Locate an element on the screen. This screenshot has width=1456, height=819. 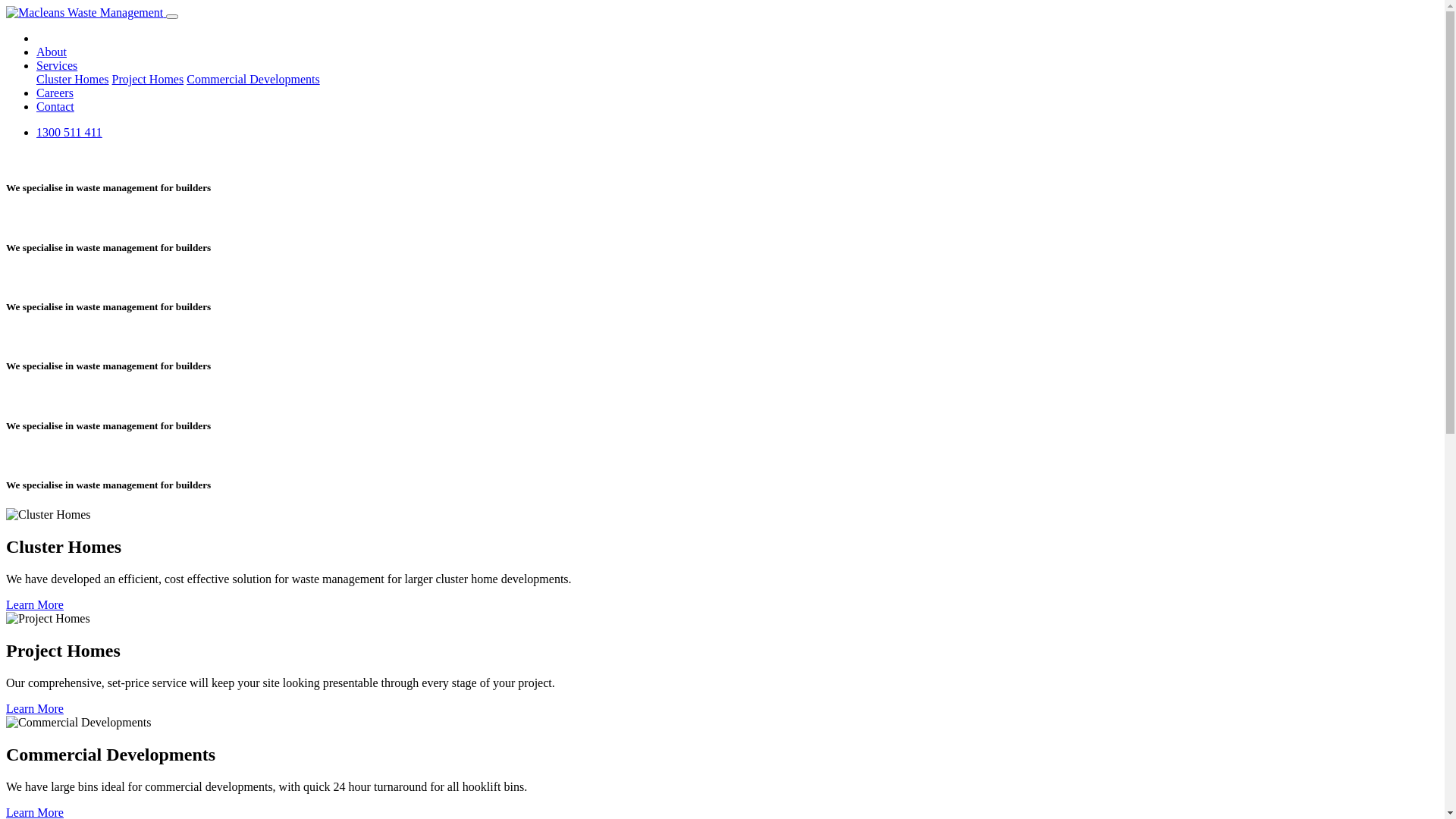
'Careers' is located at coordinates (55, 93).